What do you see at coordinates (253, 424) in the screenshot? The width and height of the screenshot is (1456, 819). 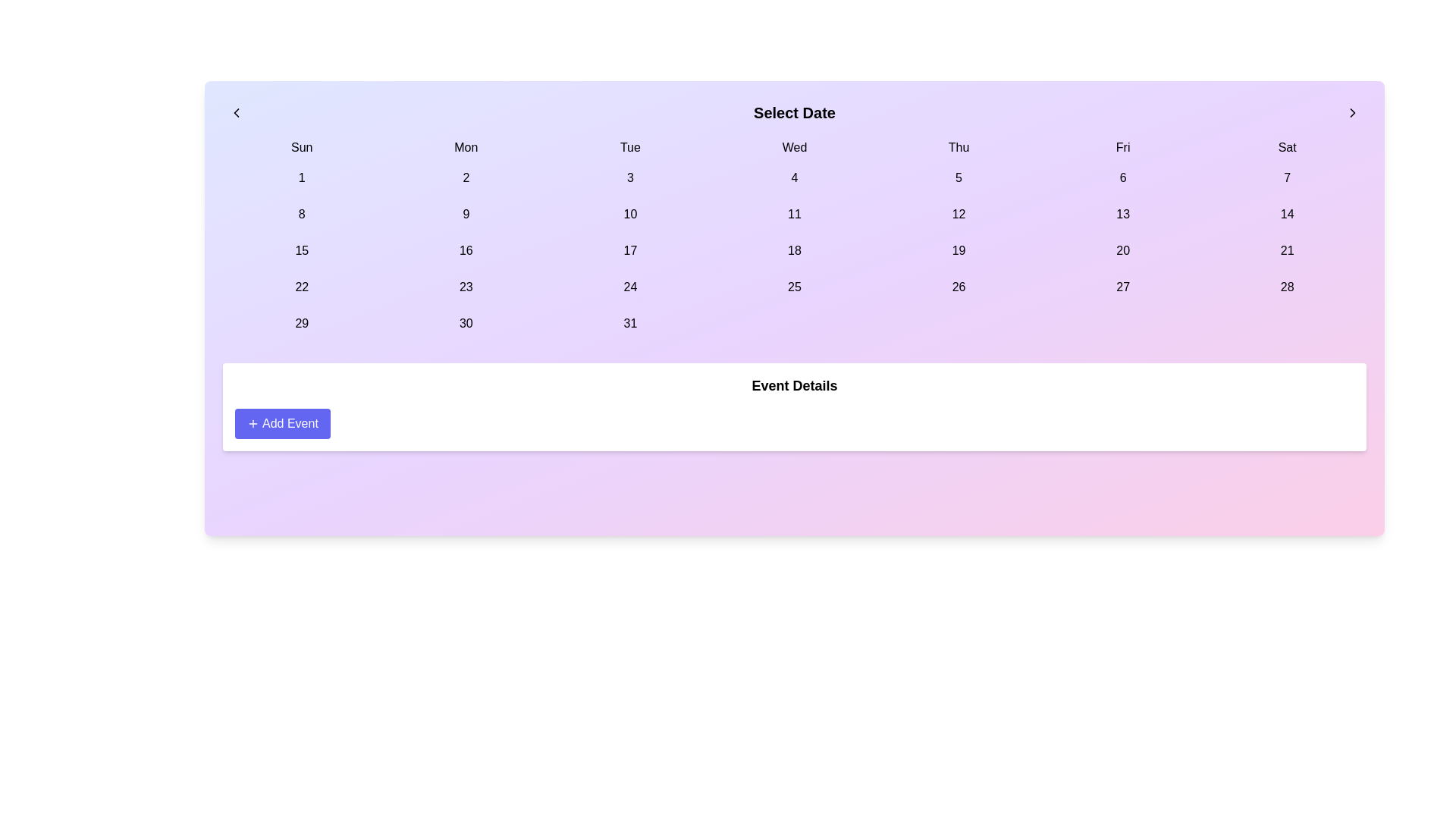 I see `the icon located to the left of the 'Add Event' button, which is positioned near the bottom of the interface, centered horizontally under the calendar` at bounding box center [253, 424].